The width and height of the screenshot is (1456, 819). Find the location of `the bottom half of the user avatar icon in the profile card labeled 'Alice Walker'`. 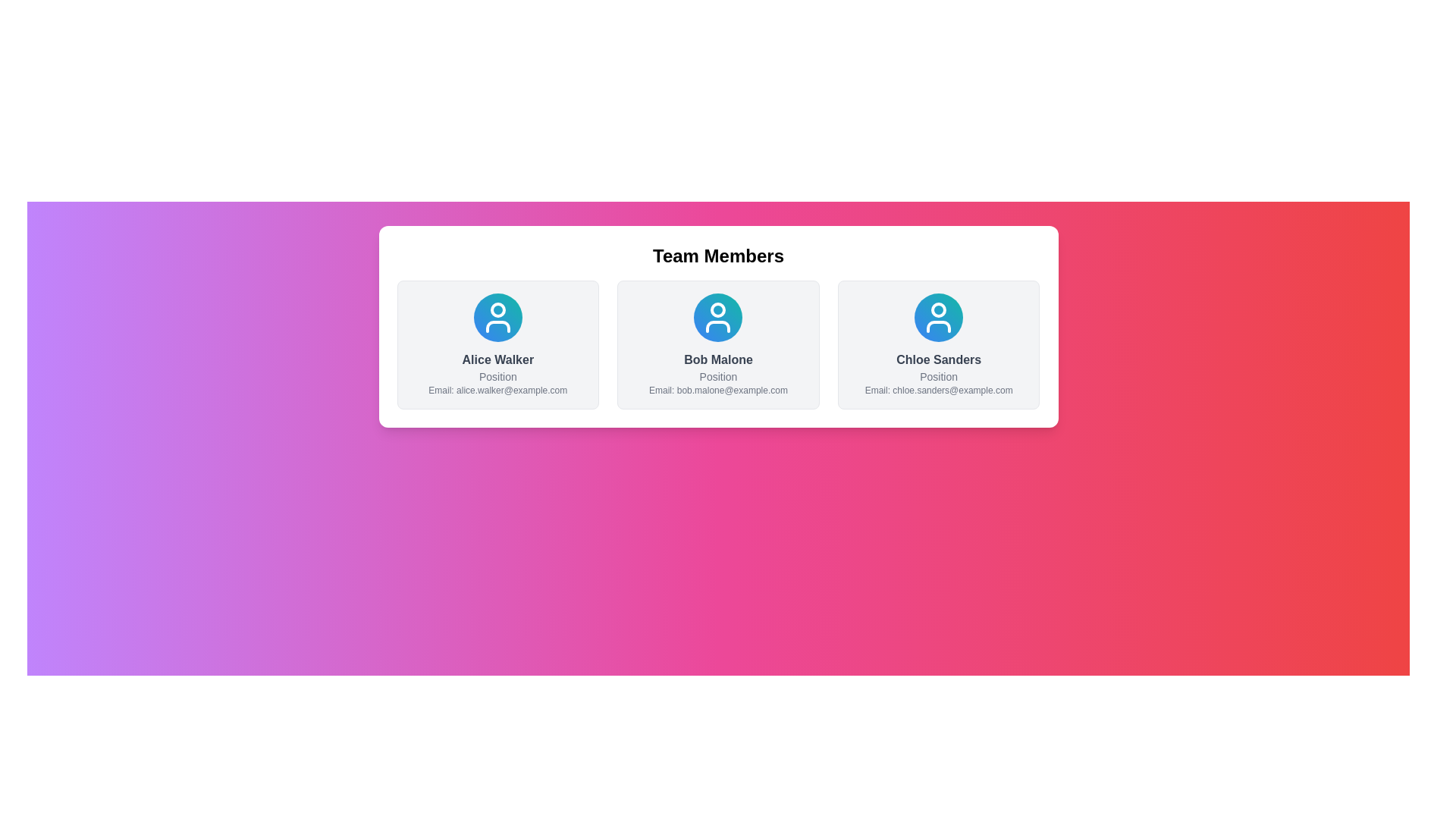

the bottom half of the user avatar icon in the profile card labeled 'Alice Walker' is located at coordinates (497, 326).